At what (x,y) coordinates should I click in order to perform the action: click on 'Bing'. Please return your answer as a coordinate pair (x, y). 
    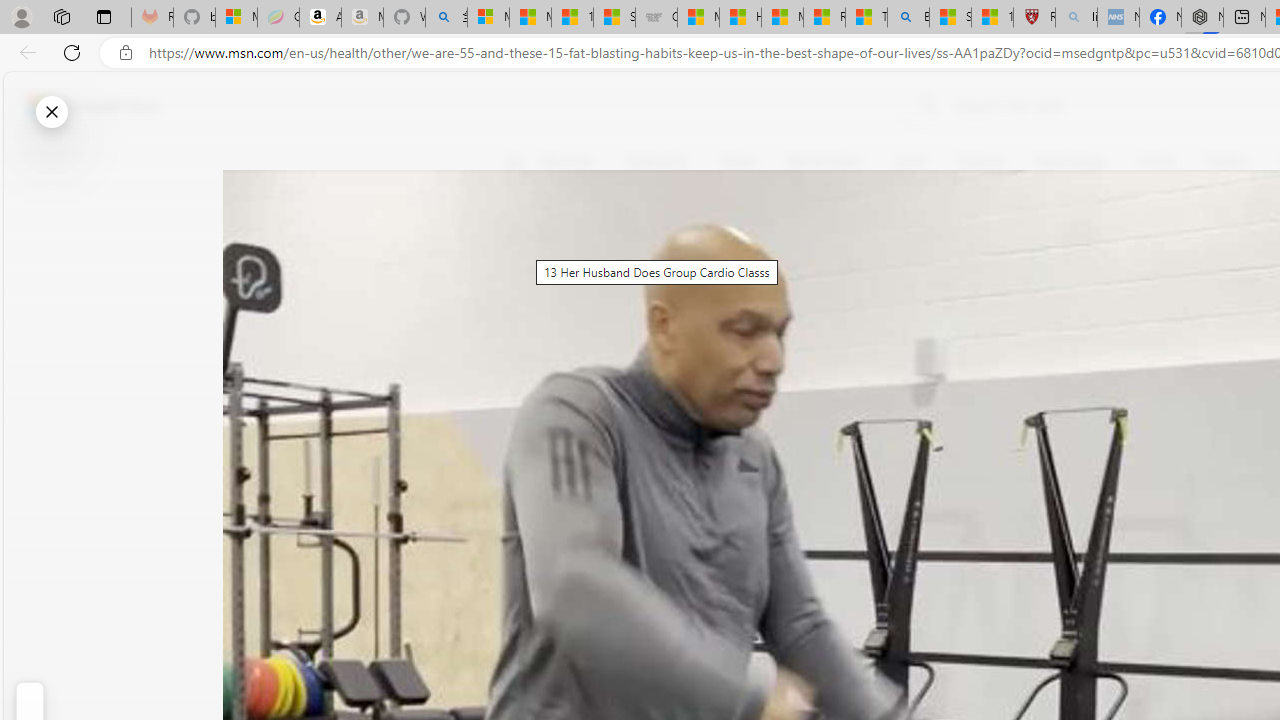
    Looking at the image, I should click on (907, 17).